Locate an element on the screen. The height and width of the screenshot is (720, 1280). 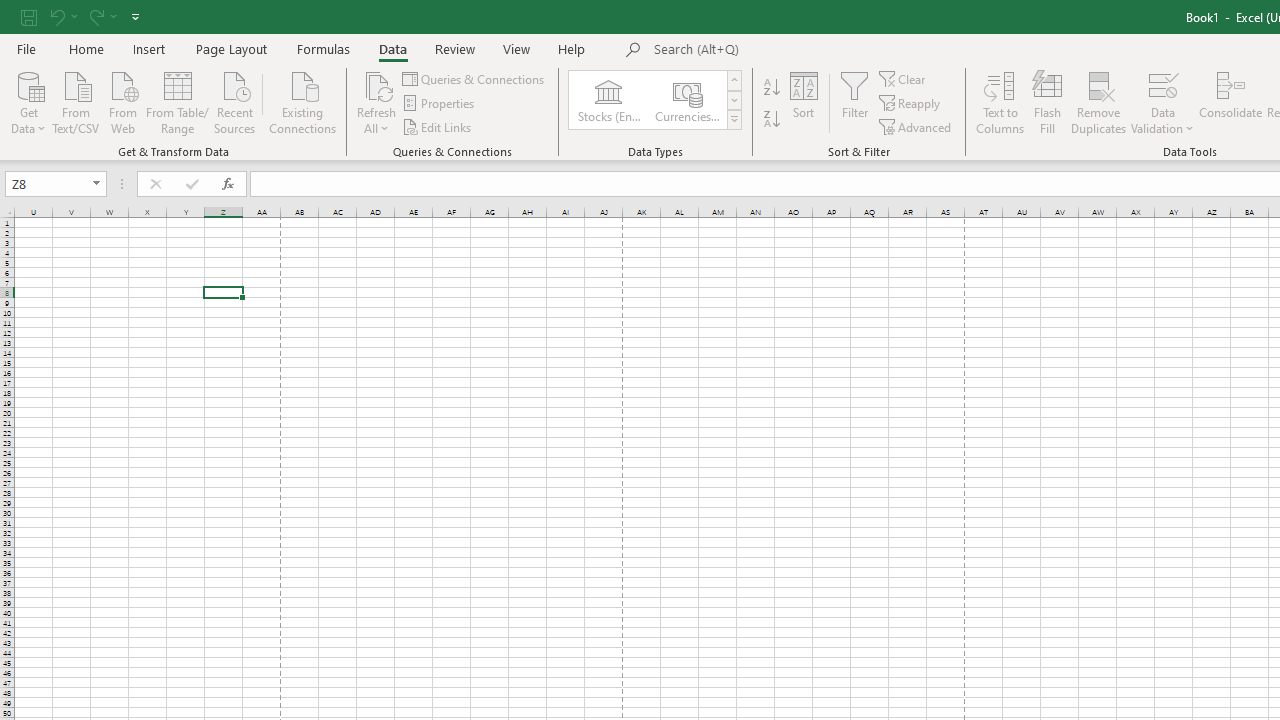
'Text to Columns...' is located at coordinates (1000, 103).